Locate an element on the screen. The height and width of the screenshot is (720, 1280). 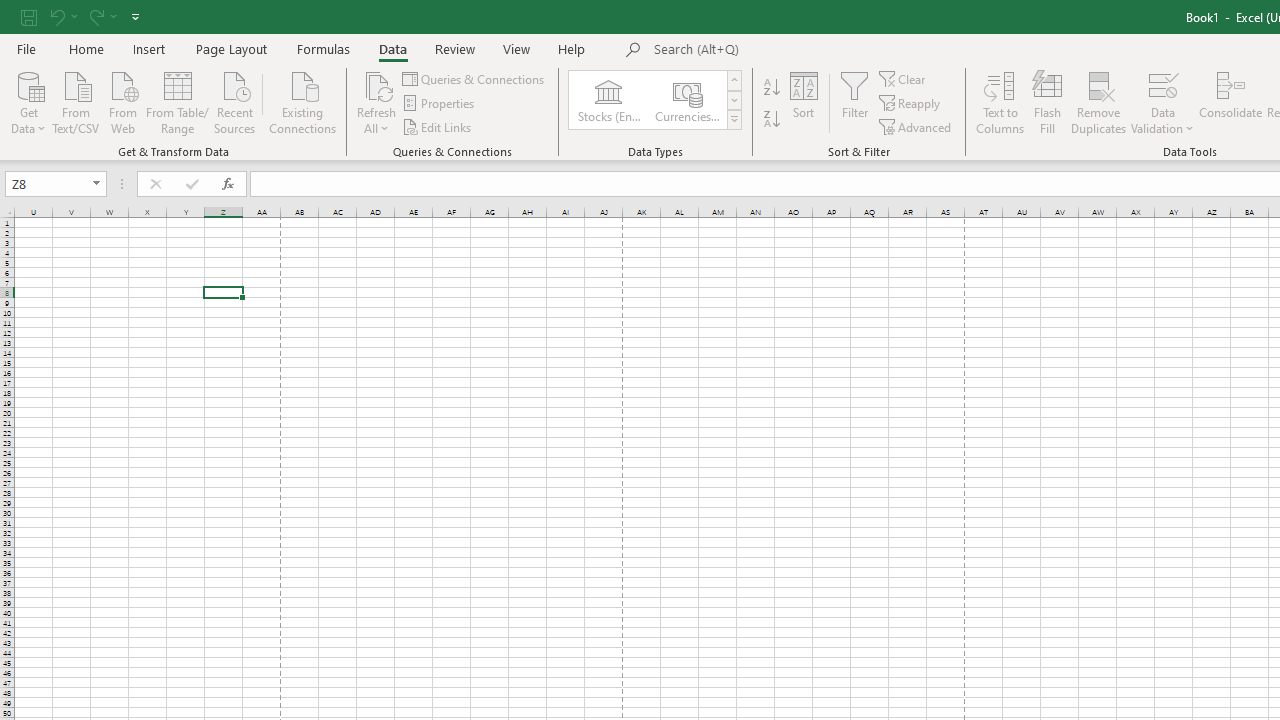
'Text to Columns...' is located at coordinates (1000, 103).